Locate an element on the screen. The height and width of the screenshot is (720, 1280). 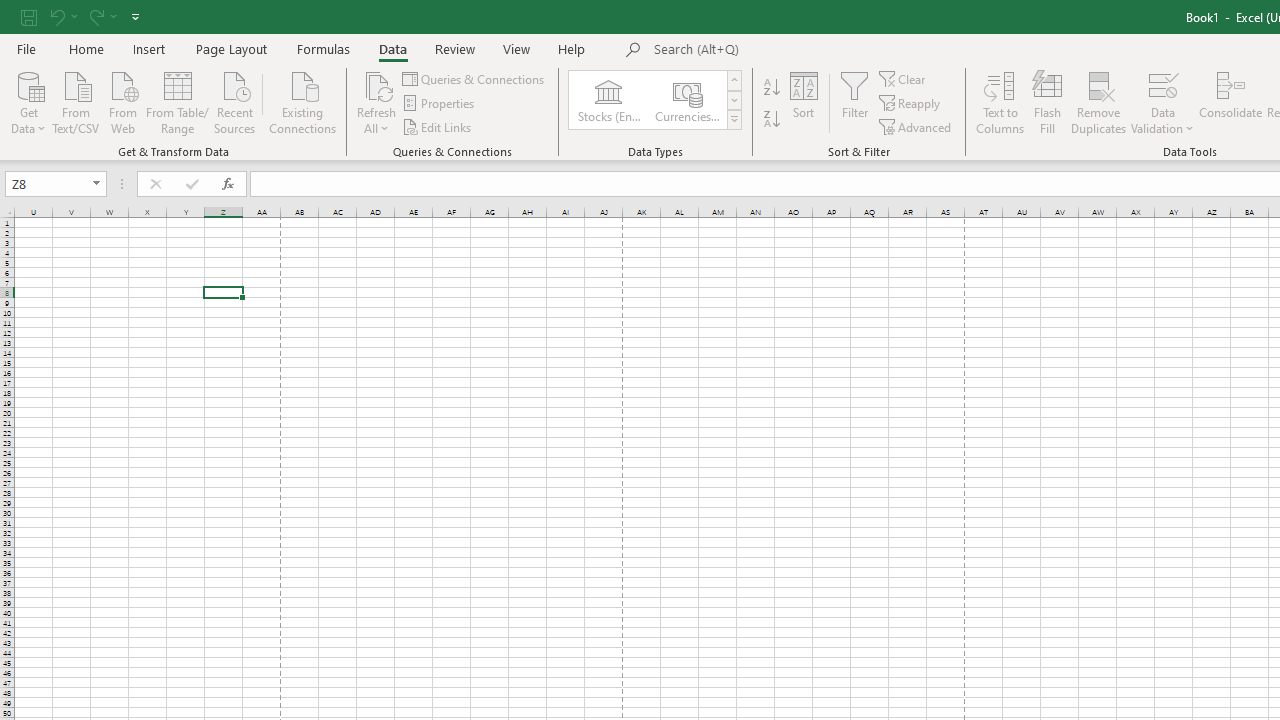
'Text to Columns...' is located at coordinates (1000, 103).